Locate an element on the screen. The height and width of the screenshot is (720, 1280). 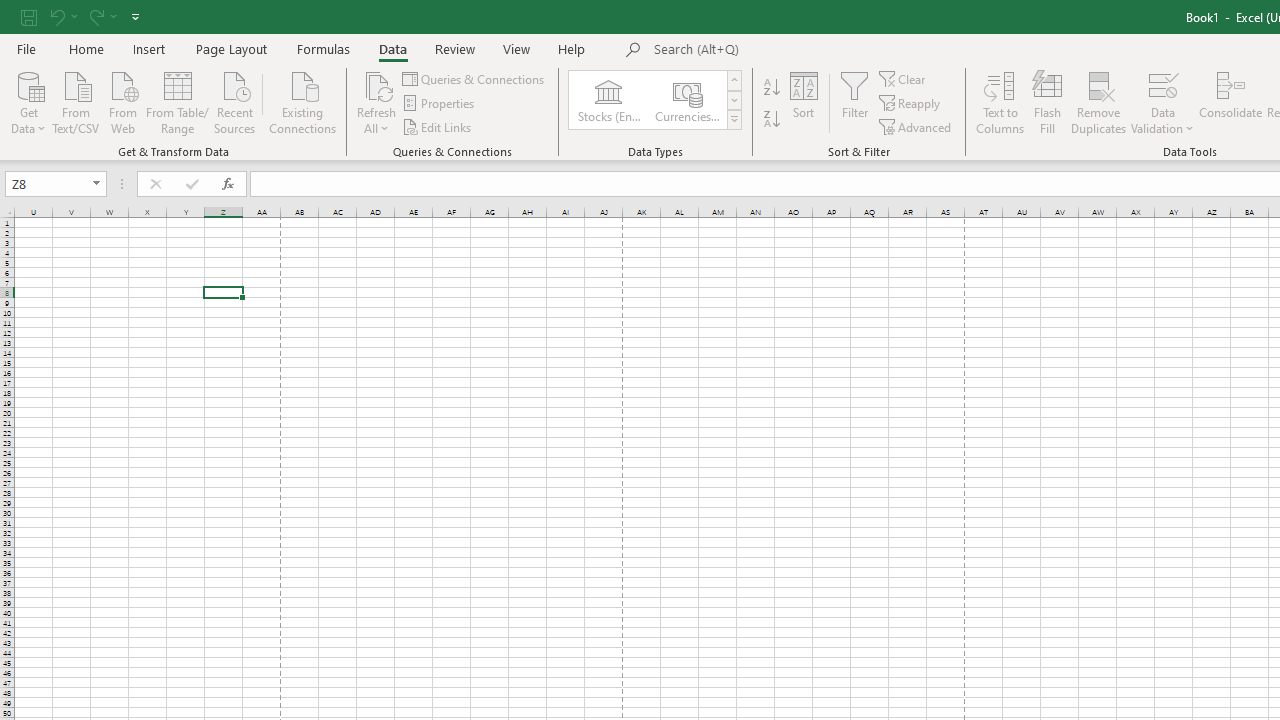
'Text to Columns...' is located at coordinates (1000, 103).